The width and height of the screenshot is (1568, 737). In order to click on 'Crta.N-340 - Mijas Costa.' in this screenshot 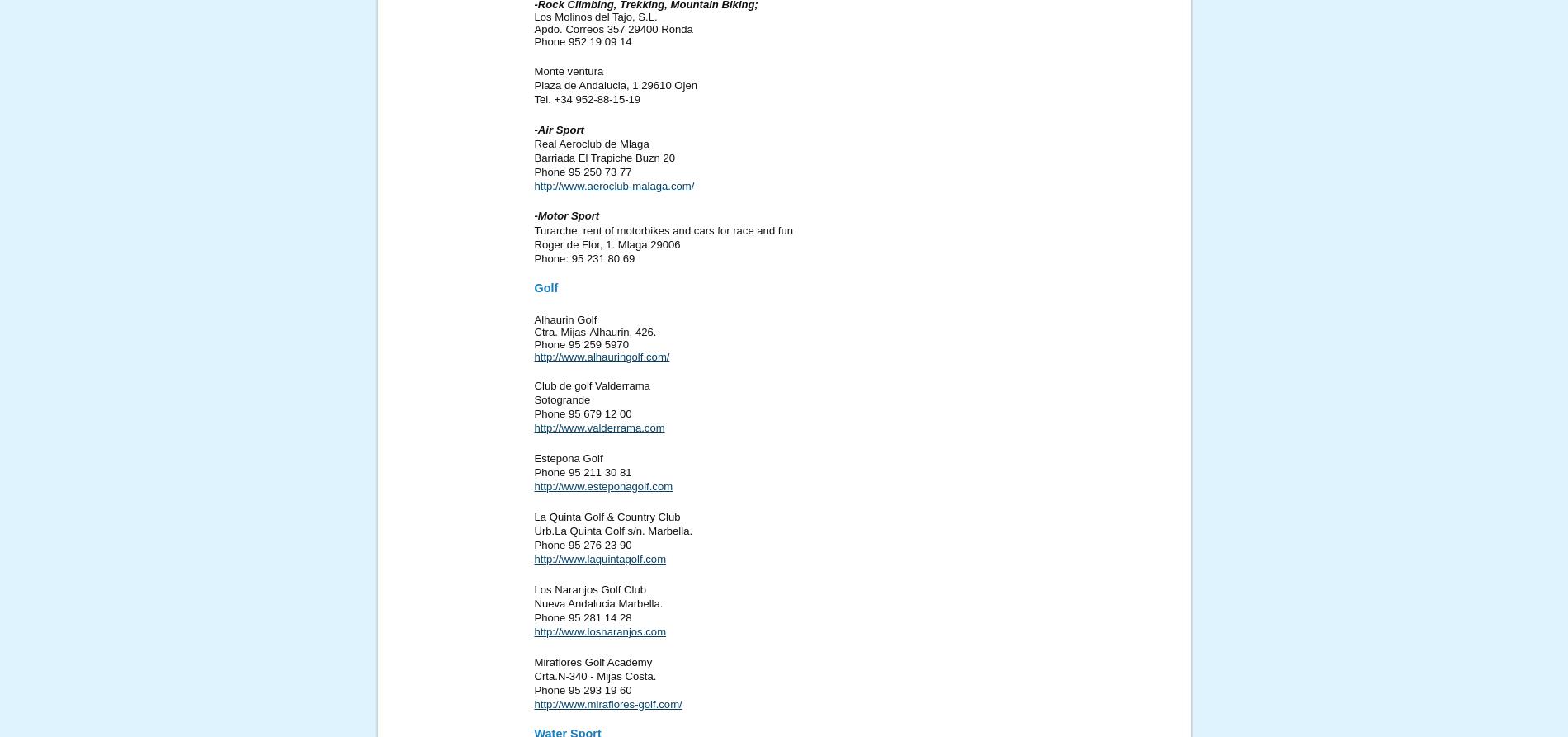, I will do `click(594, 674)`.